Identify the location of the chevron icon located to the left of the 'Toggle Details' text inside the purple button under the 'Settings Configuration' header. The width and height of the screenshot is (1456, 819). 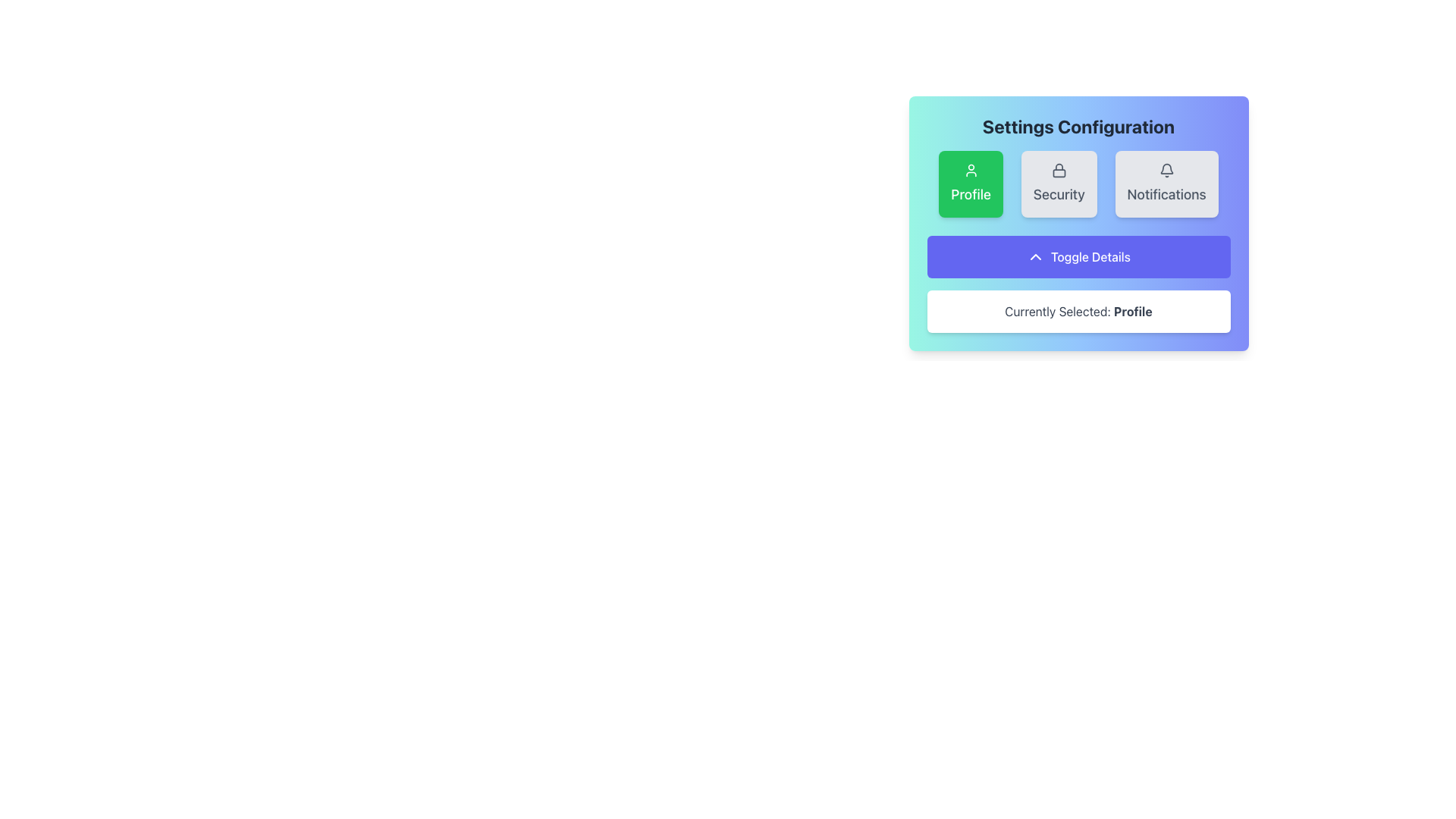
(1035, 256).